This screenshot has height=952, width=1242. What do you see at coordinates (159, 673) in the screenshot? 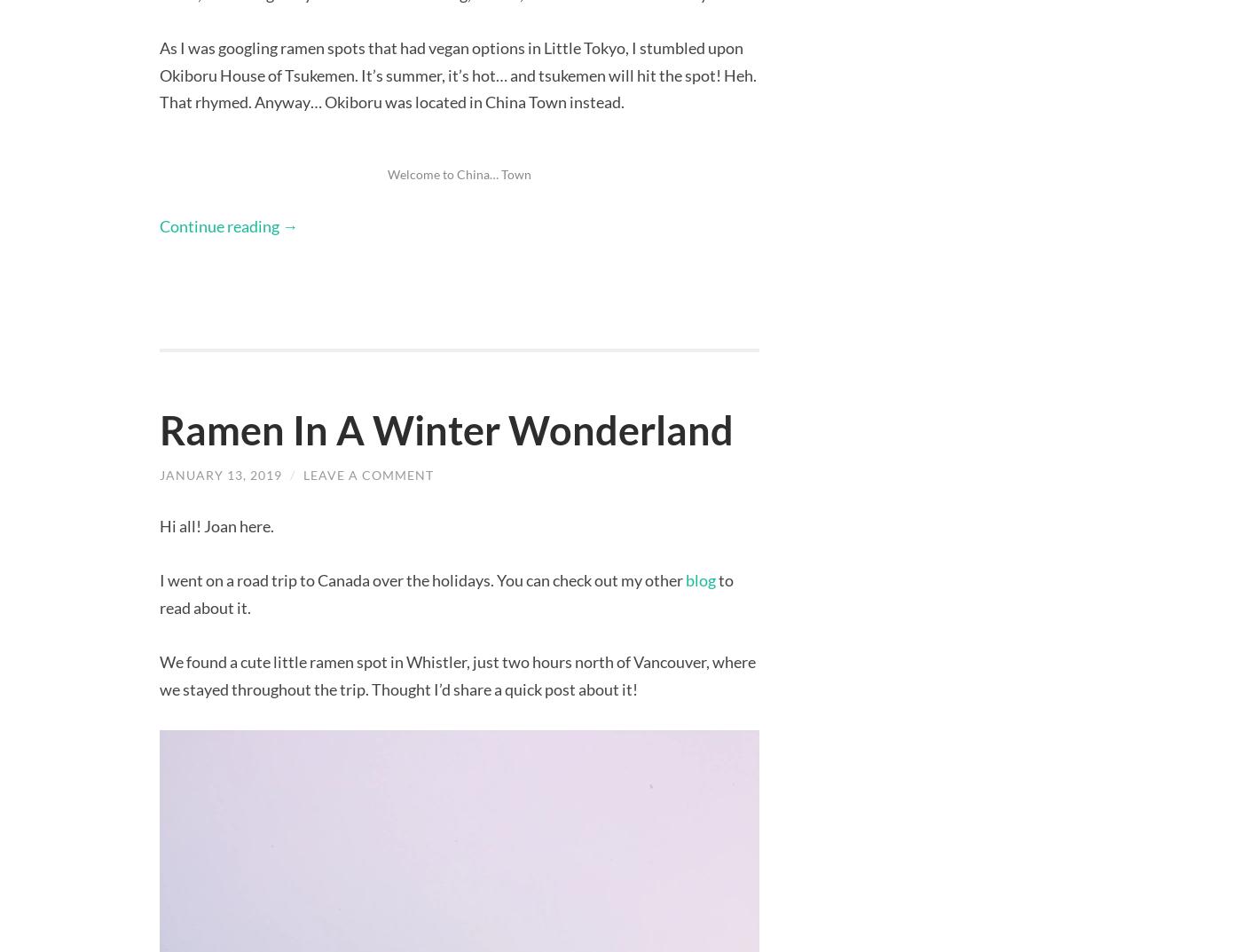
I see `'We found a cute little ramen spot in Whistler, just two hours north of Vancouver, where we stayed throughout the trip. Thought I’d share a quick post about it!'` at bounding box center [159, 673].